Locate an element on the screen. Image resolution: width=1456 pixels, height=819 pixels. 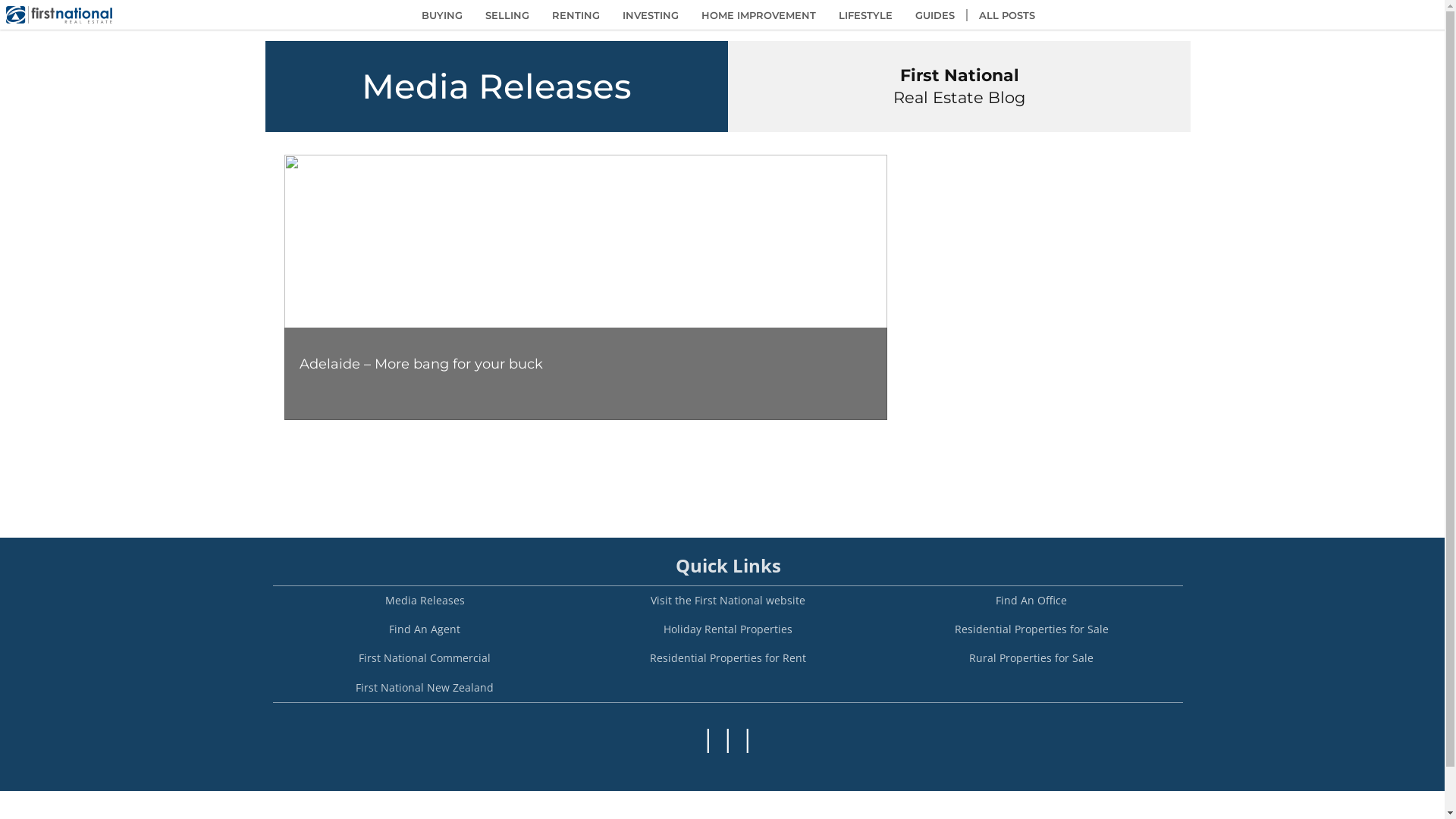
'Residential Properties for Sale' is located at coordinates (1031, 629).